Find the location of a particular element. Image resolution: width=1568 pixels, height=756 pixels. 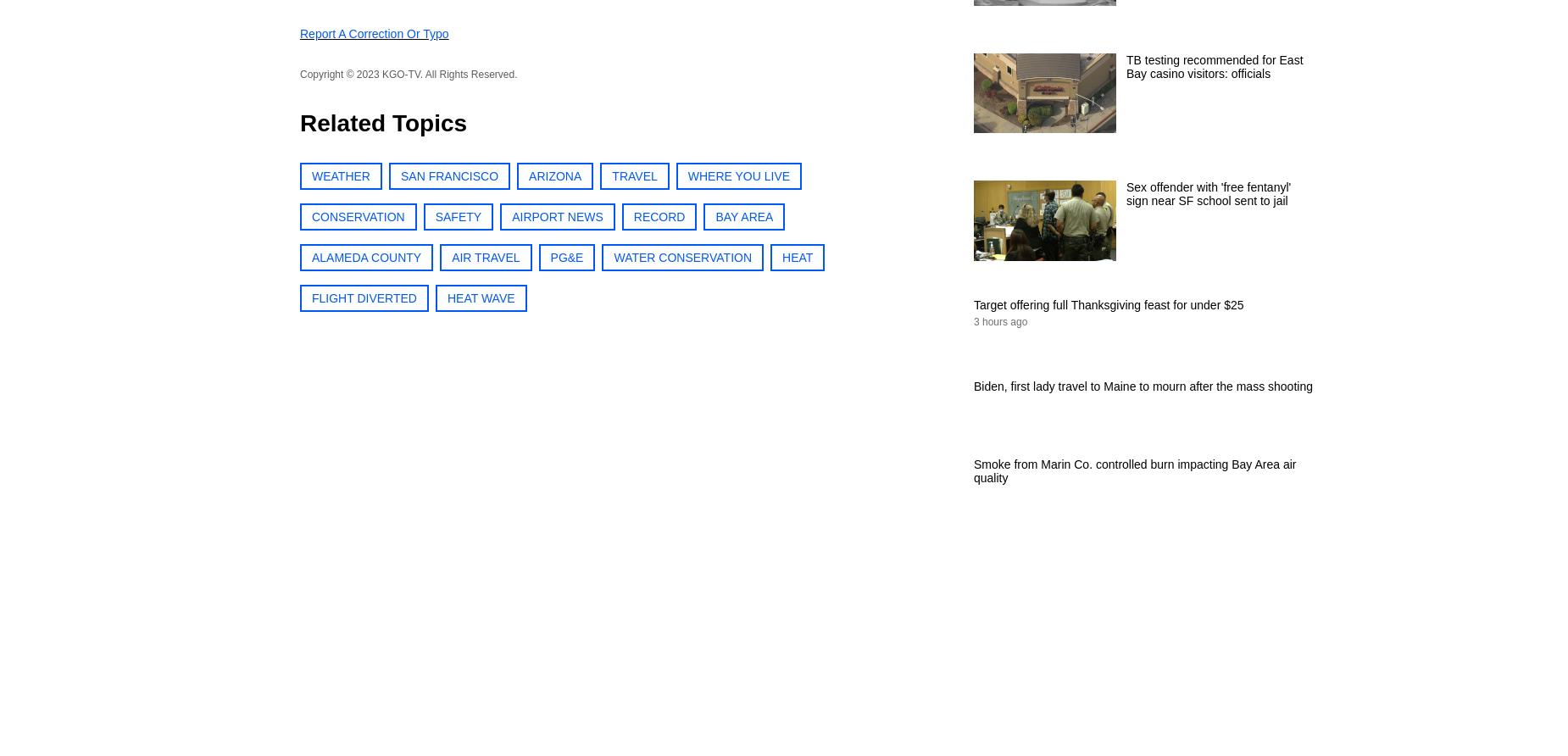

'HEAT WAVE' is located at coordinates (481, 297).